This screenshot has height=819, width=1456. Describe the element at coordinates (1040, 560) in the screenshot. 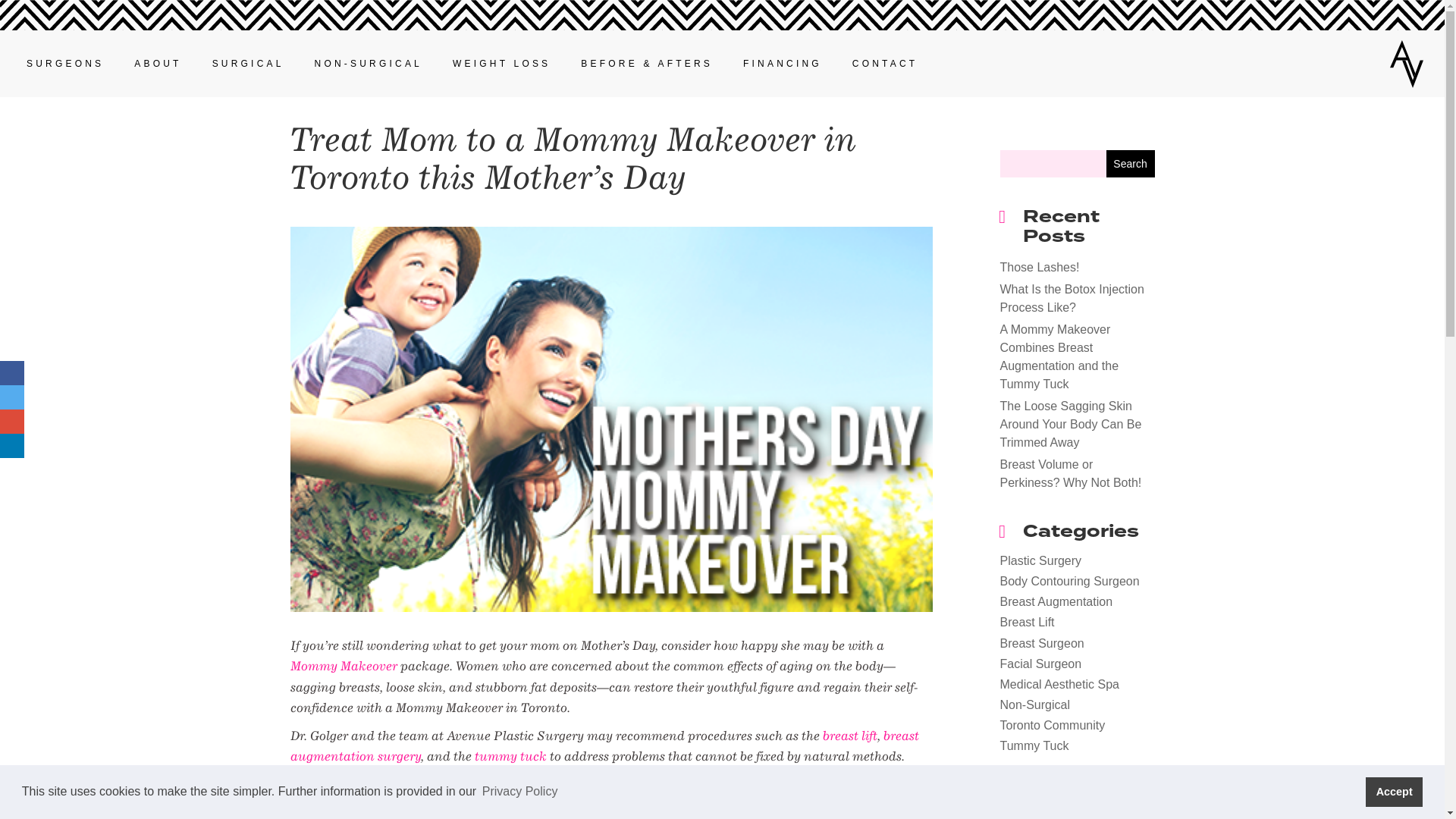

I see `'Plastic Surgery'` at that location.